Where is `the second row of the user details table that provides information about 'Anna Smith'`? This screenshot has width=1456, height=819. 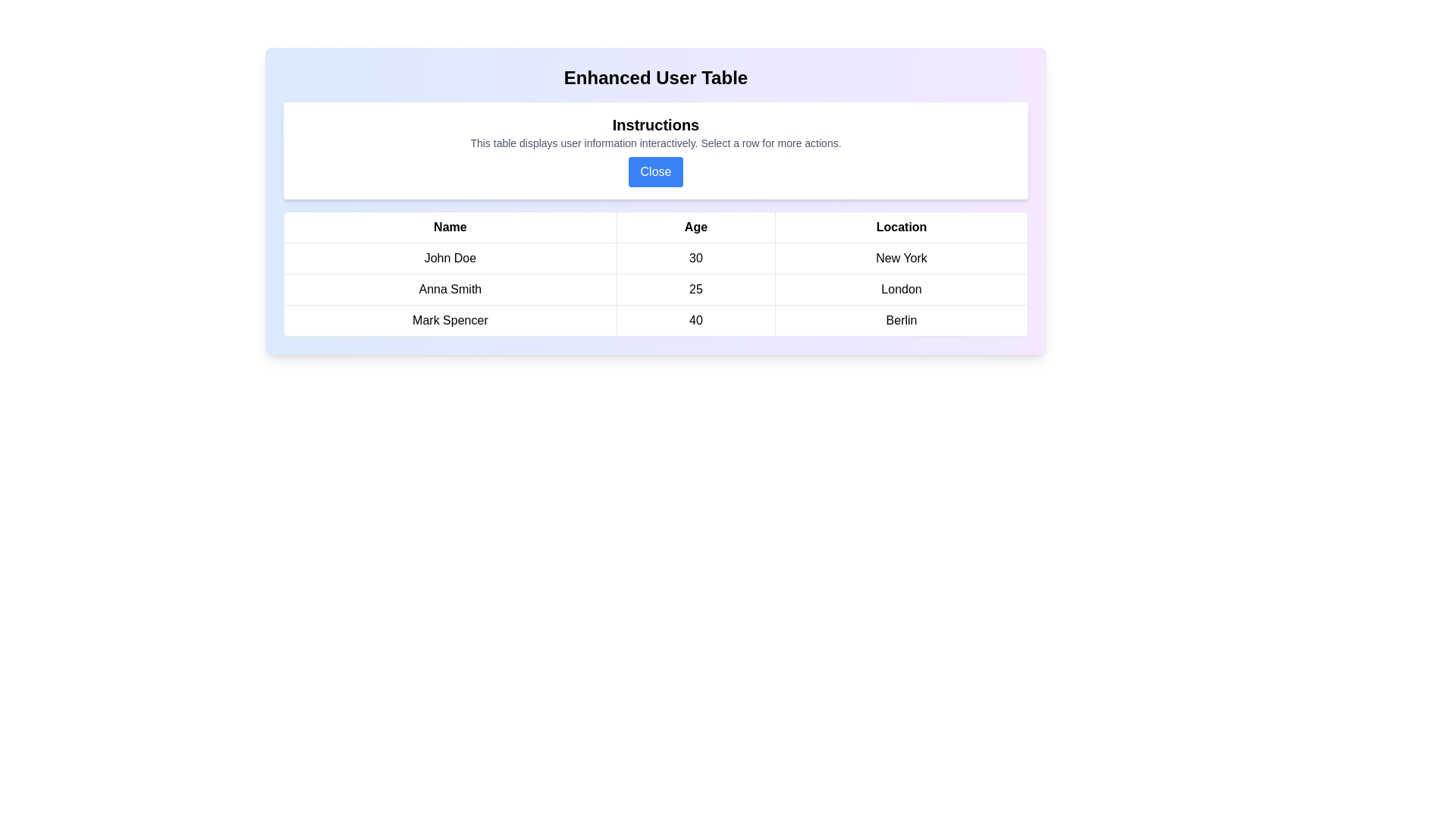
the second row of the user details table that provides information about 'Anna Smith' is located at coordinates (655, 289).